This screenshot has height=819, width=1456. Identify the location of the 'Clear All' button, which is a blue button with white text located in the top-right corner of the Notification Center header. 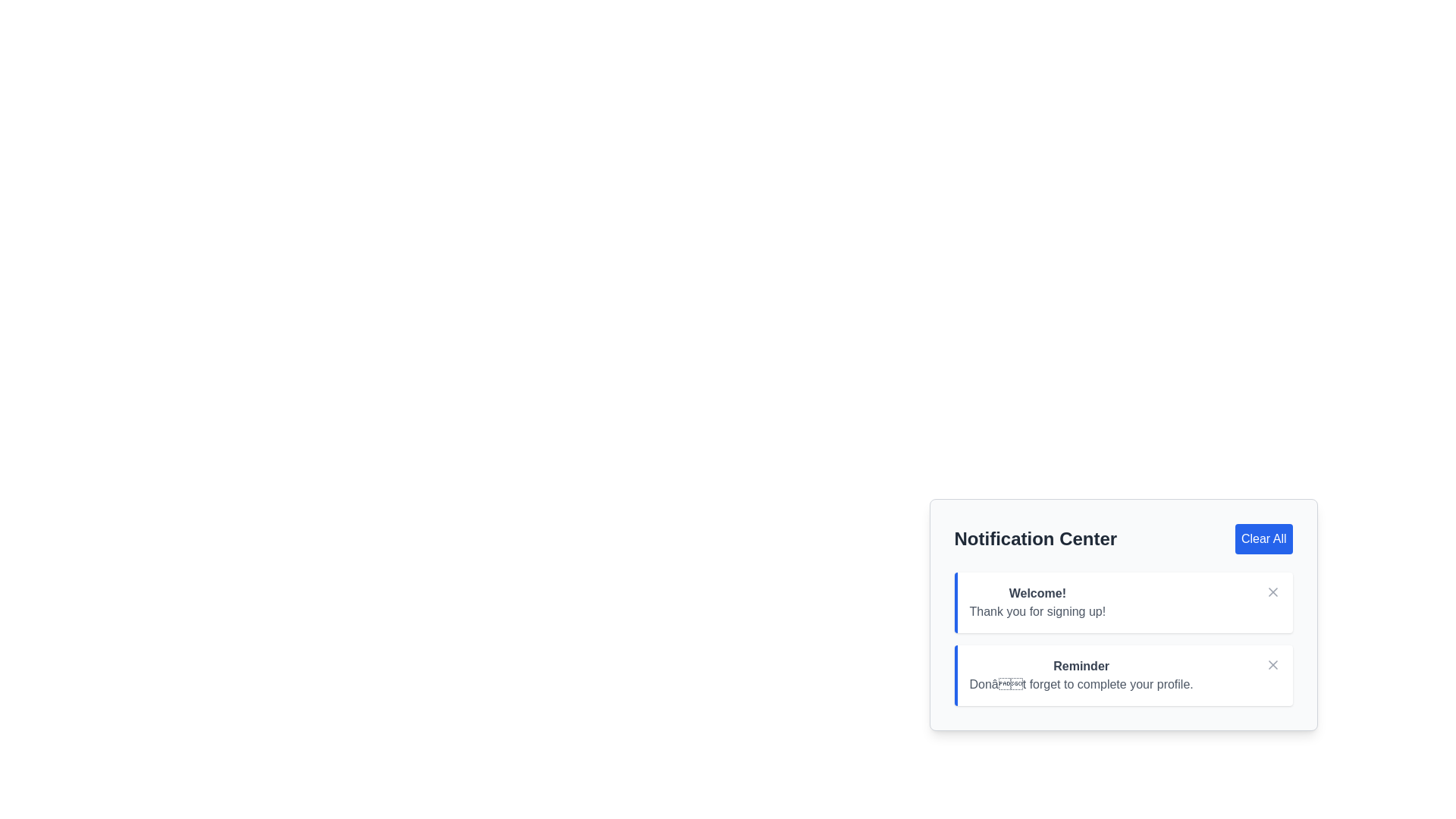
(1263, 538).